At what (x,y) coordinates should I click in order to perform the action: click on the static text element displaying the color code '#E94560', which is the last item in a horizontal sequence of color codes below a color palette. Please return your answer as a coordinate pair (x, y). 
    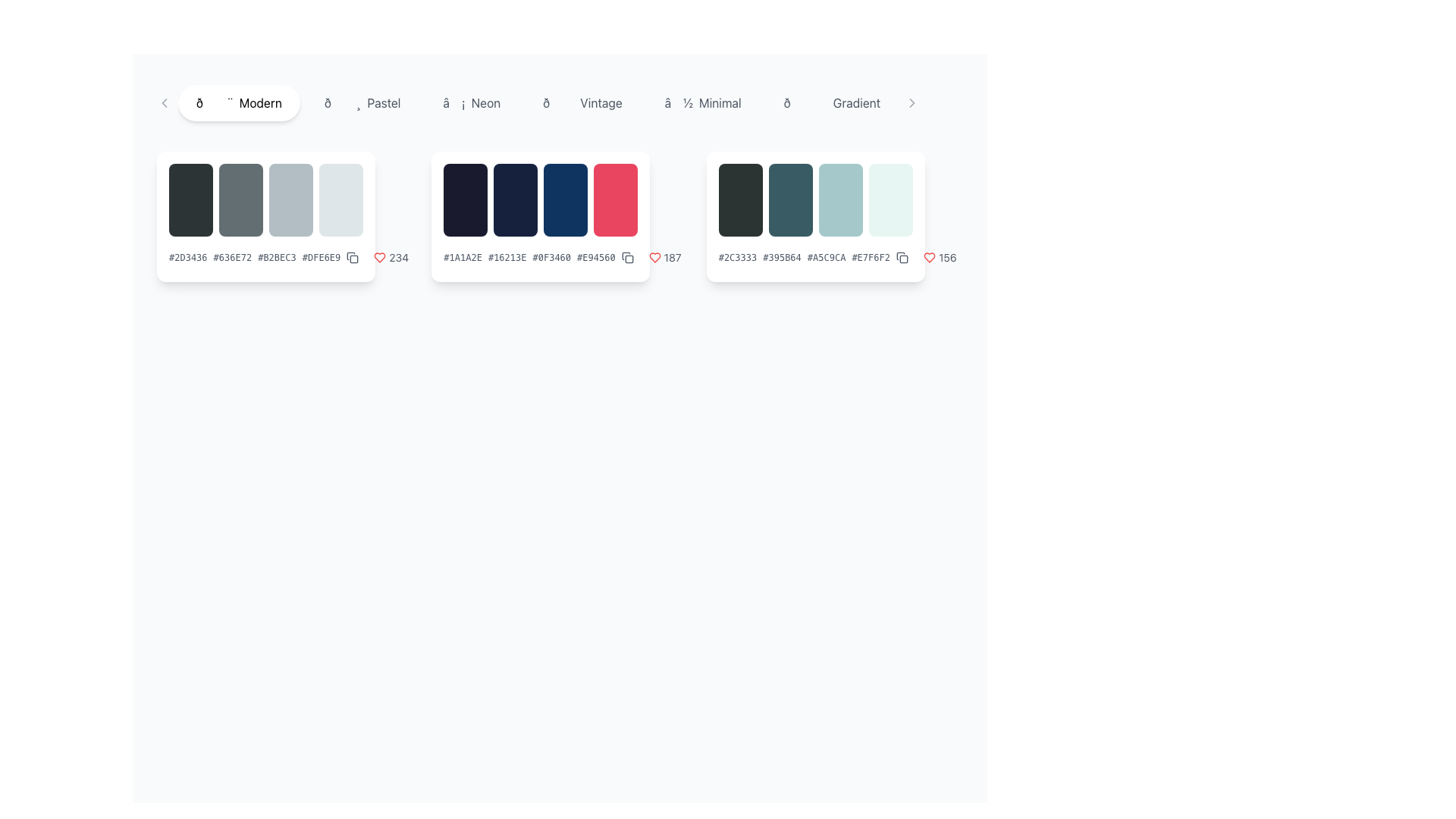
    Looking at the image, I should click on (595, 256).